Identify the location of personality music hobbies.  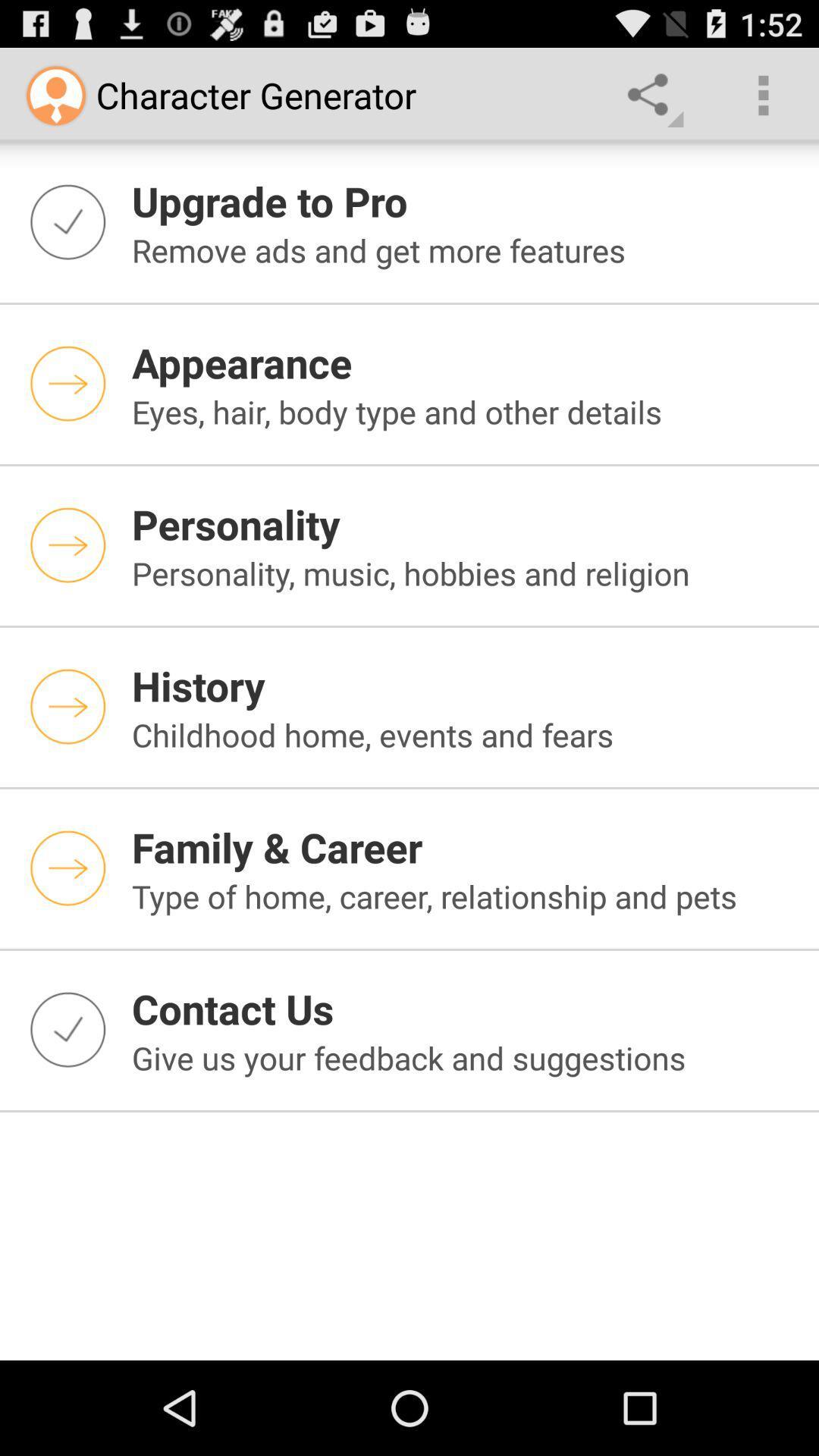
(465, 572).